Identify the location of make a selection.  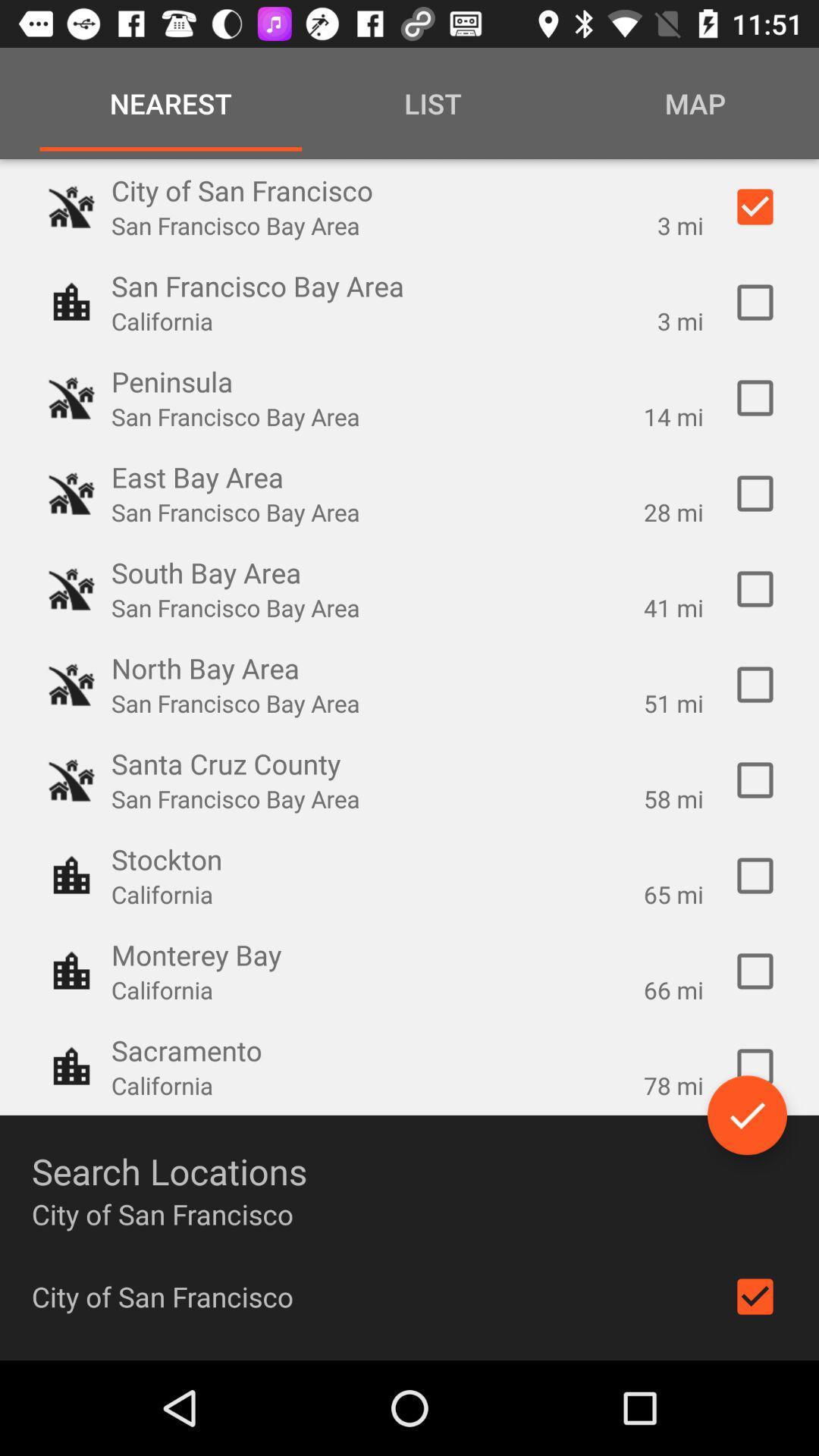
(755, 780).